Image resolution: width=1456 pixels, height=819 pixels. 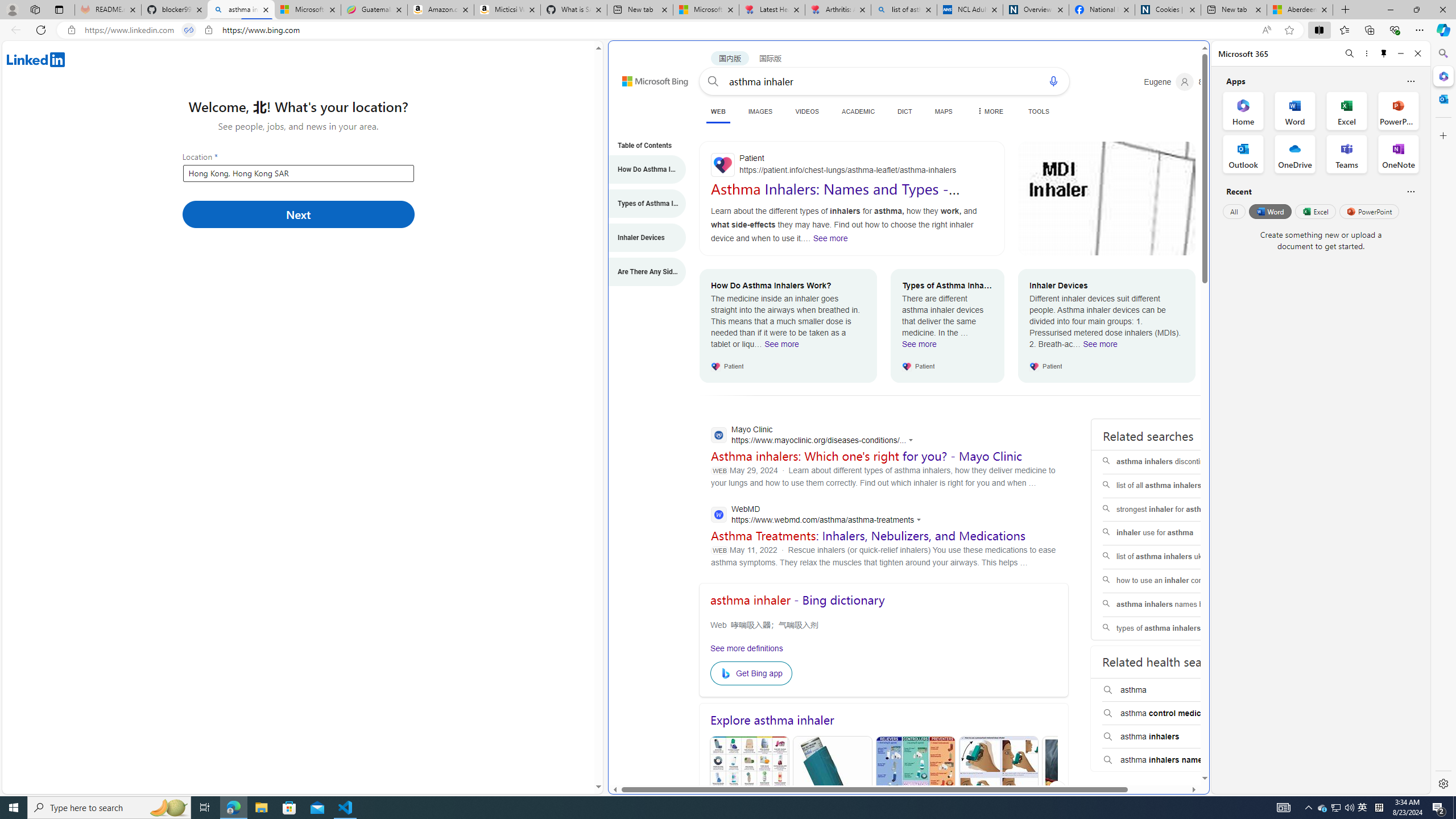 What do you see at coordinates (943, 111) in the screenshot?
I see `'MAPS'` at bounding box center [943, 111].